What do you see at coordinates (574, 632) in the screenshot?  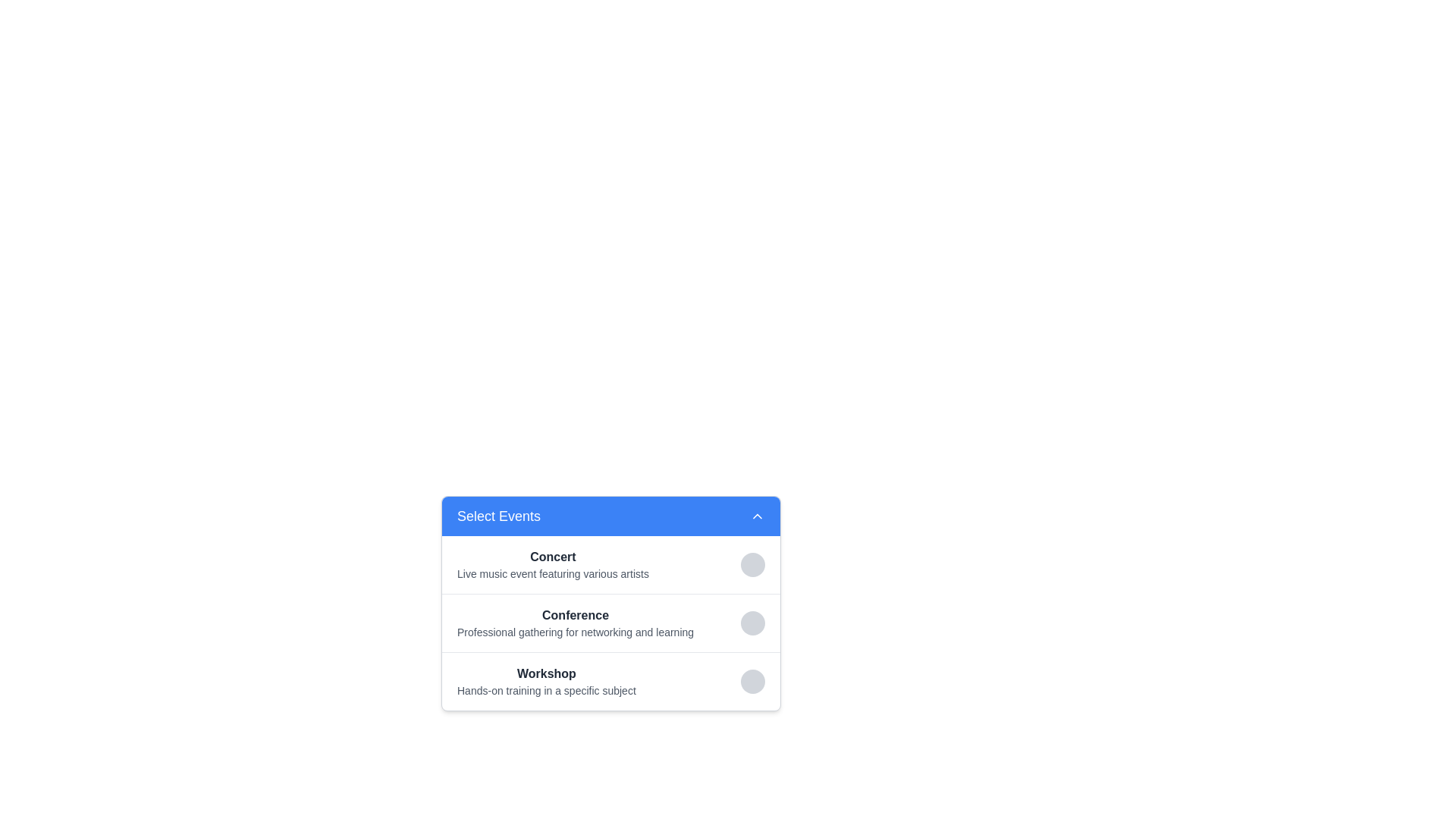 I see `the descriptive text label located directly below the bold text "Conference" in the dropdown section titled "Select Events."` at bounding box center [574, 632].